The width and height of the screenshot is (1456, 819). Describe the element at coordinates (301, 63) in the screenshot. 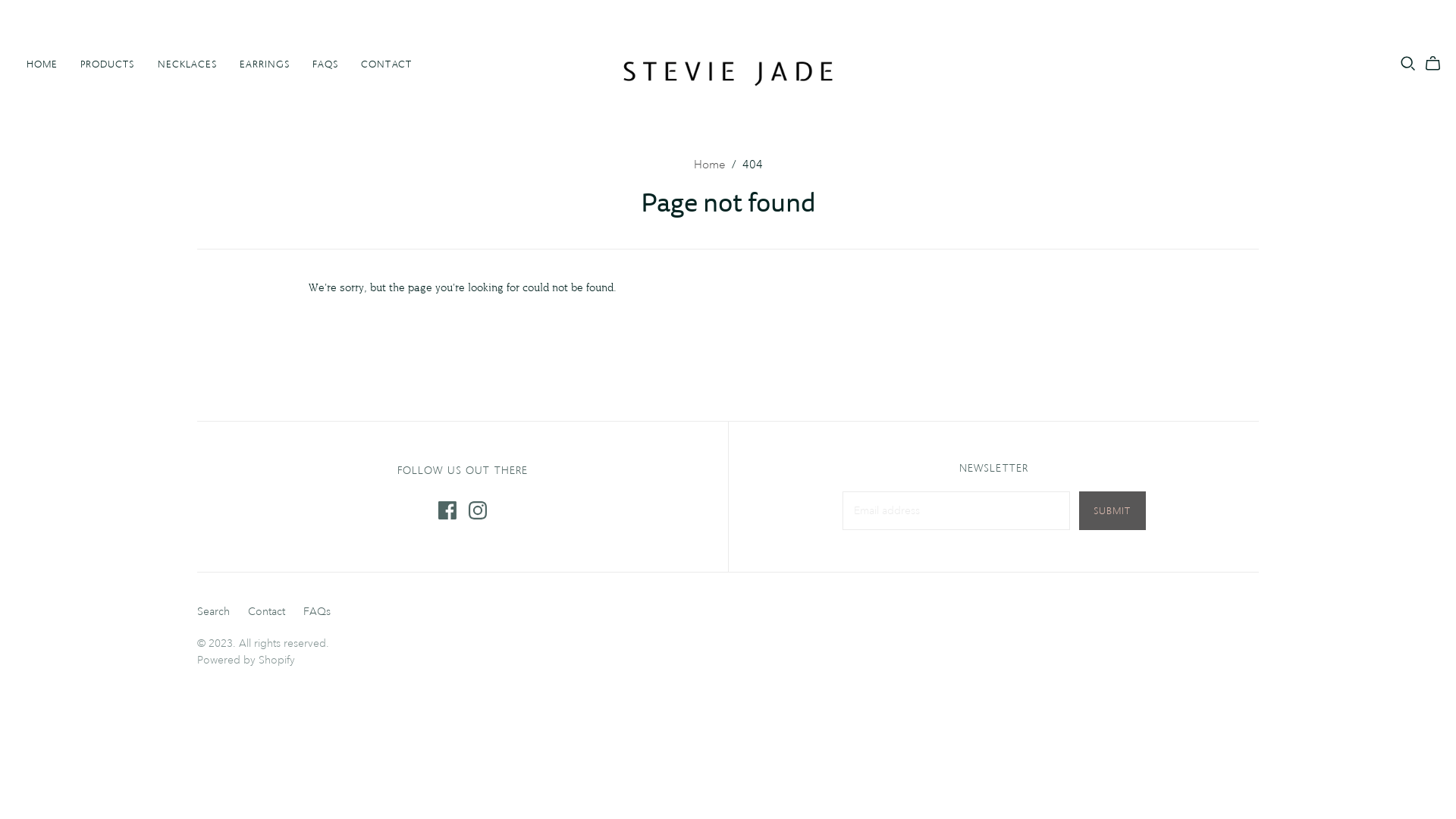

I see `'FAQS'` at that location.